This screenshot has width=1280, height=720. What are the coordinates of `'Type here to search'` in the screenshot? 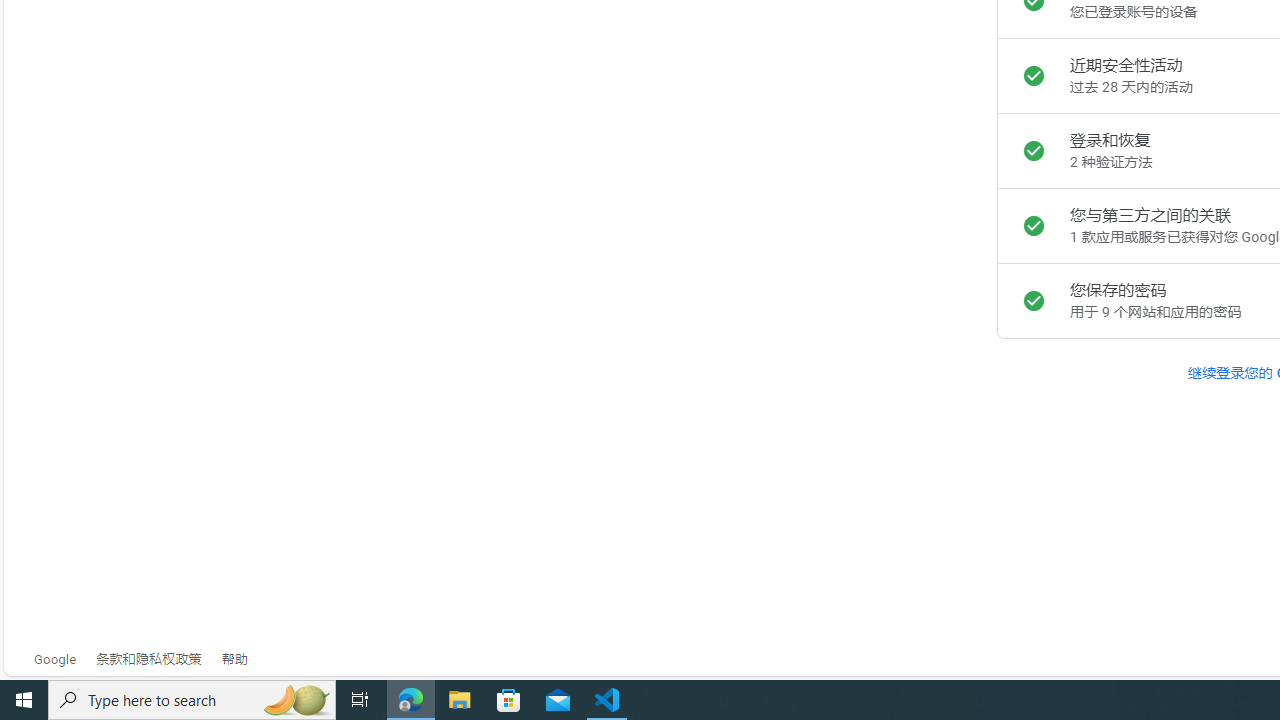 It's located at (192, 698).